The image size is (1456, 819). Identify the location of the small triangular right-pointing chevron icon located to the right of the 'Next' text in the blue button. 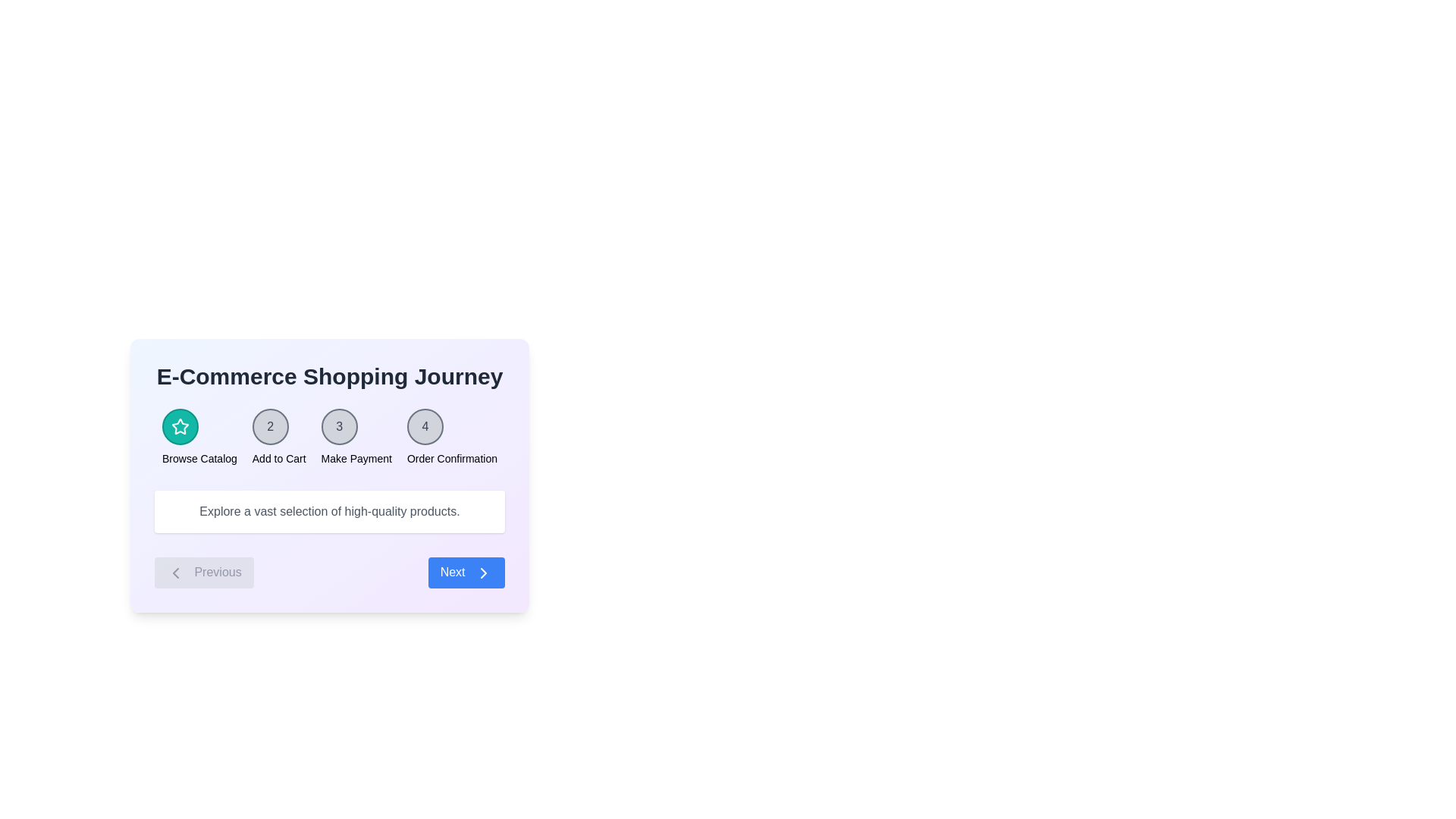
(483, 573).